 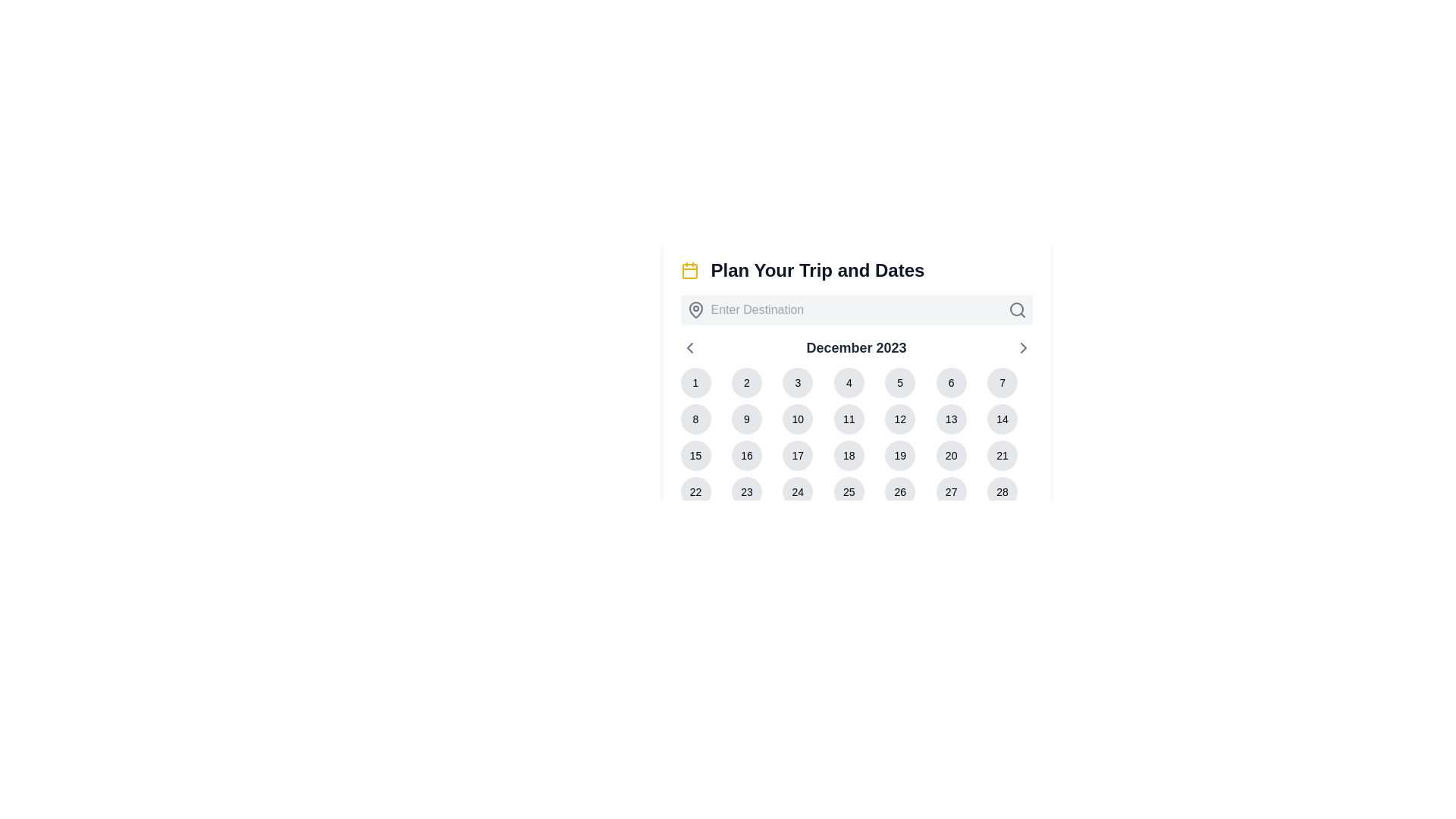 What do you see at coordinates (900, 455) in the screenshot?
I see `the date selection button for December 19, 2023` at bounding box center [900, 455].